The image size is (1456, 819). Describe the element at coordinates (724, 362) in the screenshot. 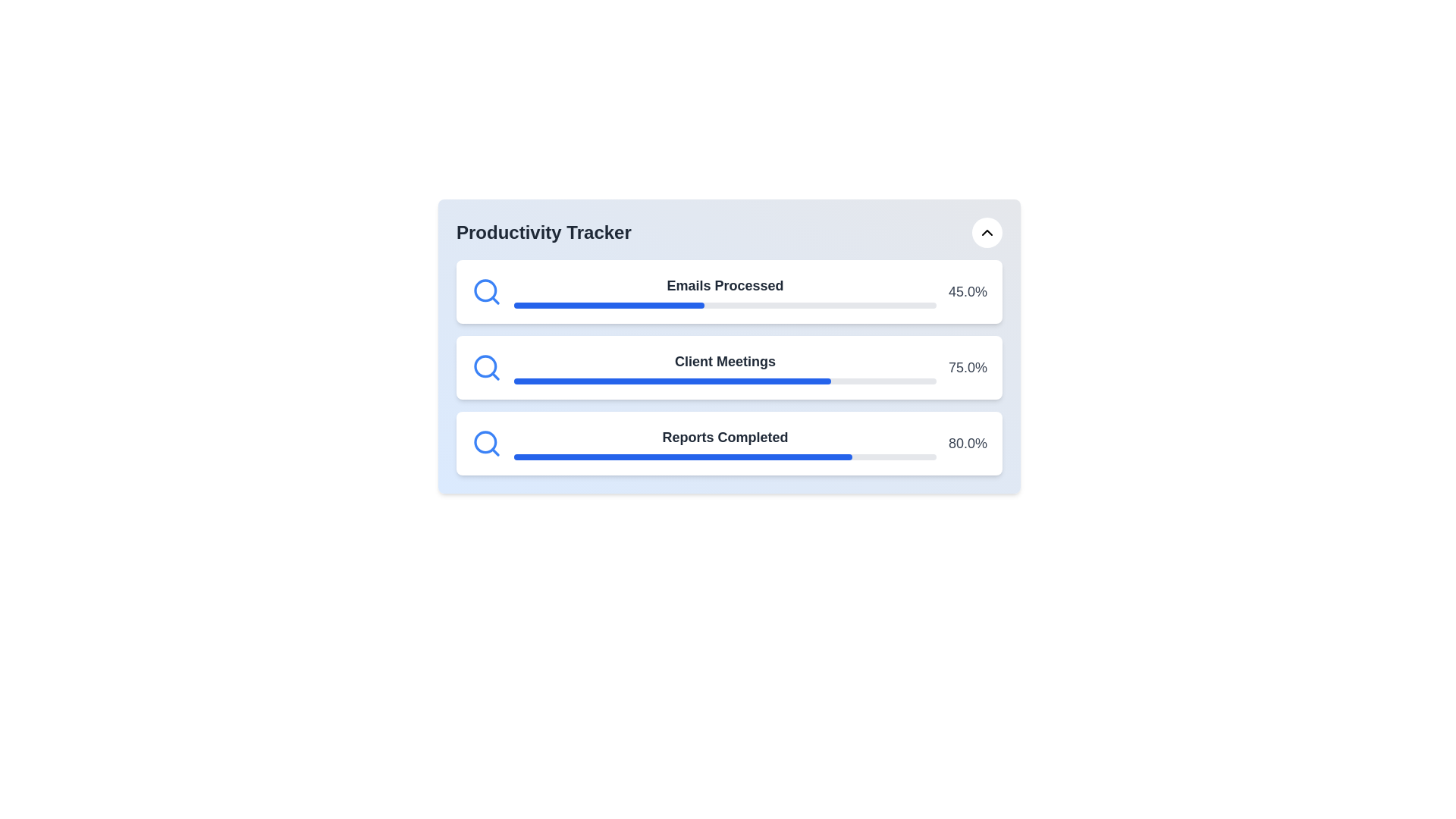

I see `the 'Client Meetings' text label, which is displayed in bold, slightly larger dark gray font within the 'Productivity Tracker' section` at that location.